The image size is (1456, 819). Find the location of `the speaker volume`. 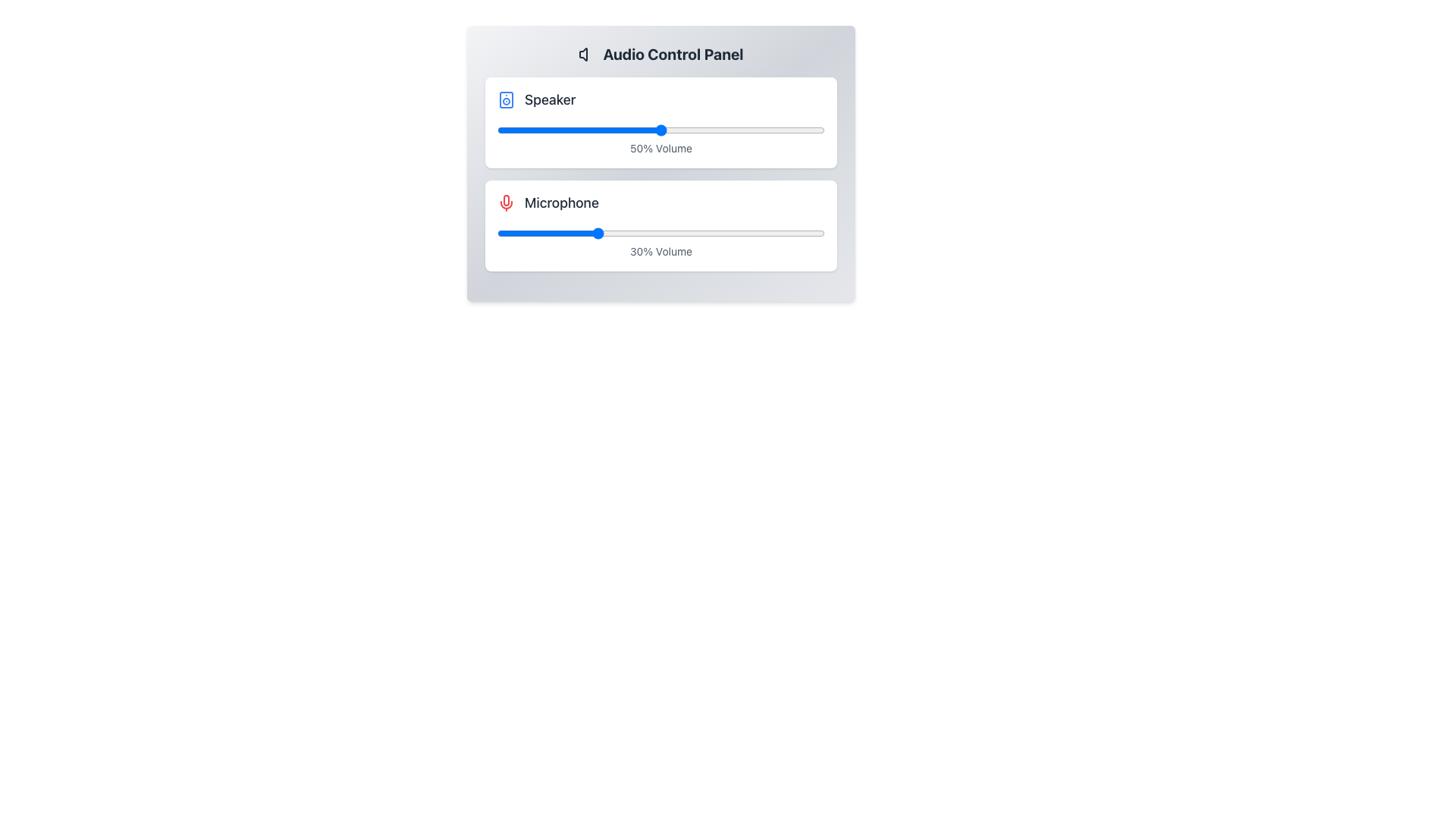

the speaker volume is located at coordinates (664, 130).